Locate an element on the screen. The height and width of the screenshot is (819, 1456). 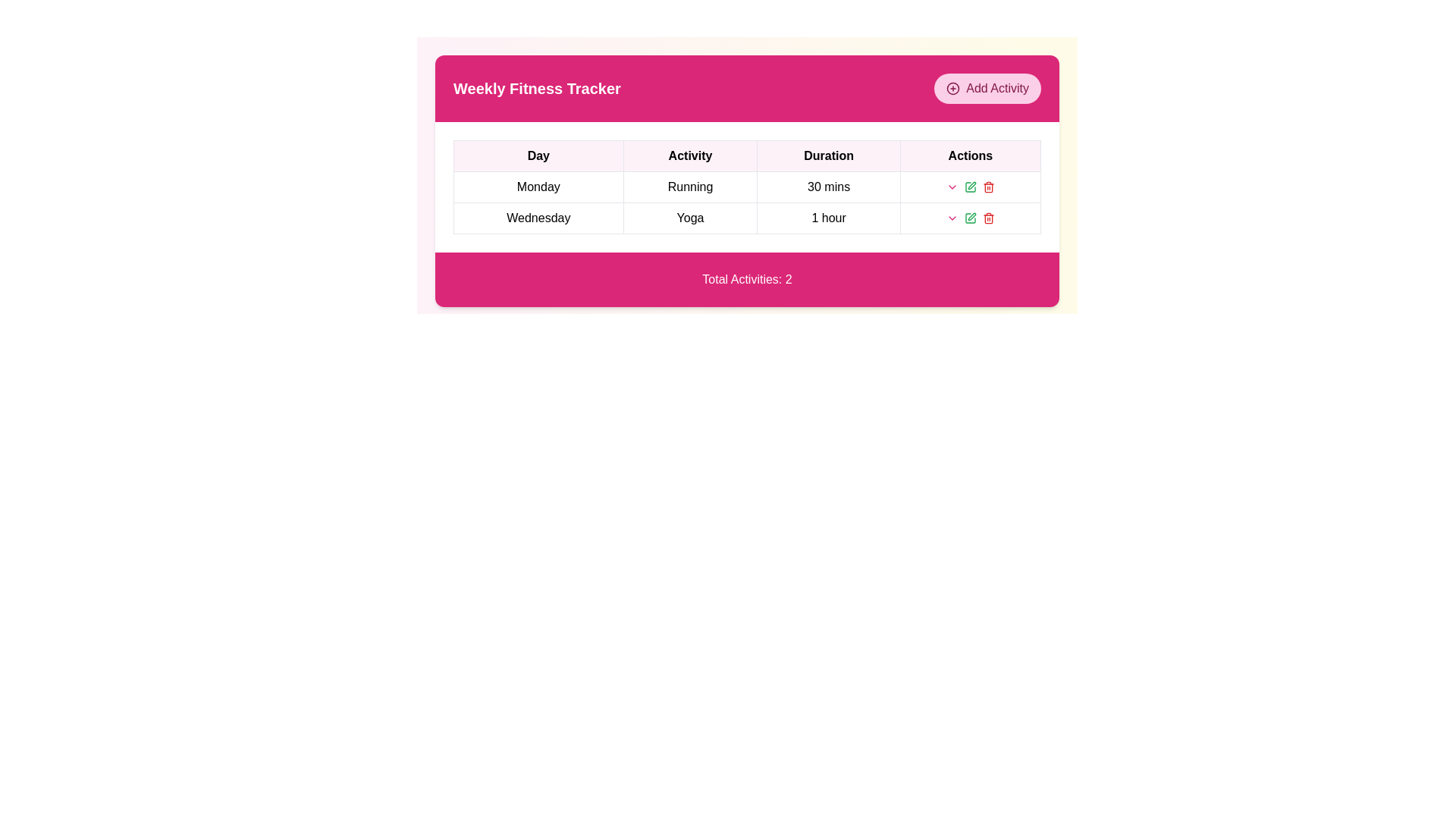
the trash bin icon in the 'Actions' column of the second row is located at coordinates (988, 187).